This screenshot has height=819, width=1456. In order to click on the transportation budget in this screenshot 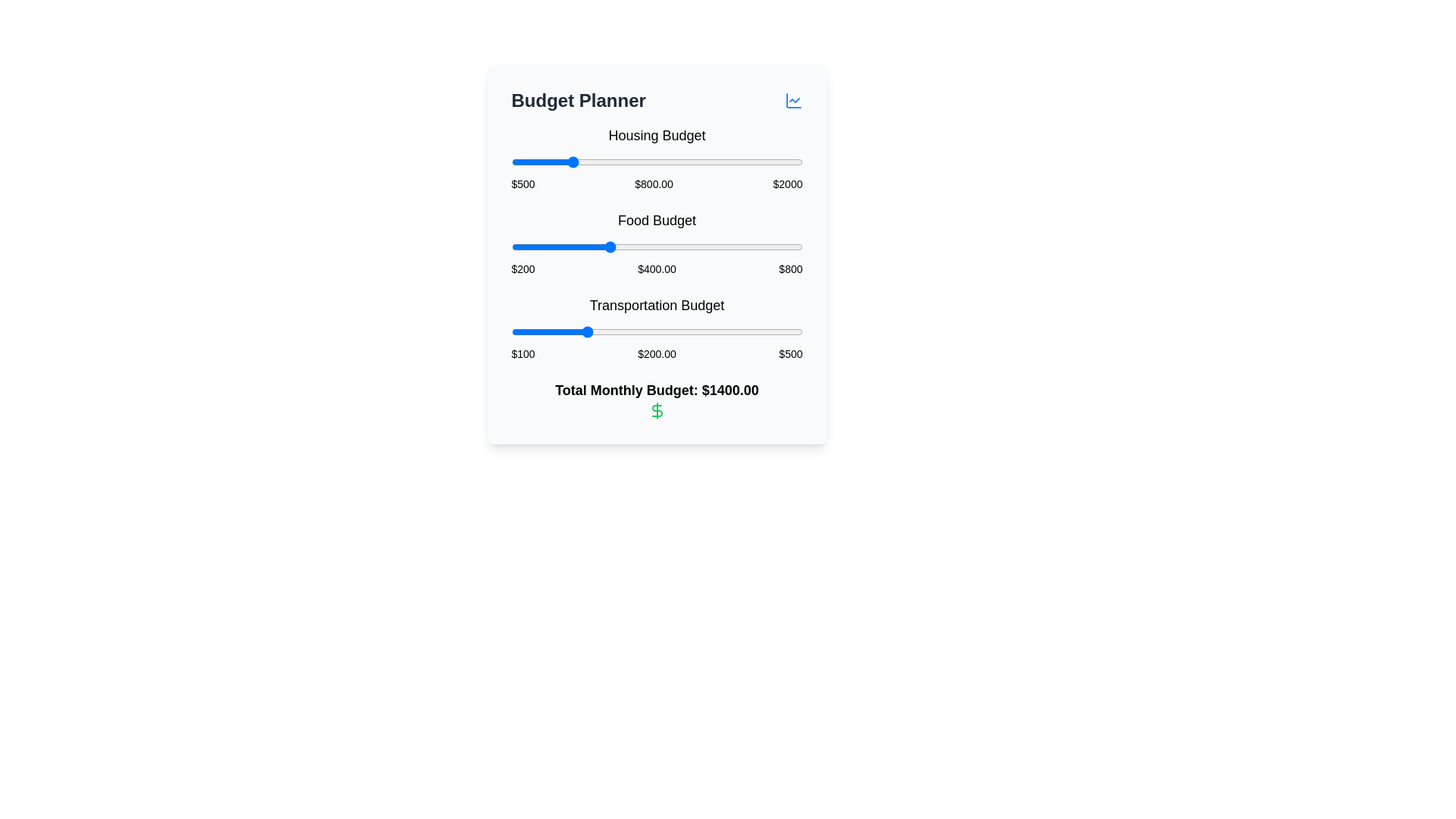, I will do `click(597, 331)`.